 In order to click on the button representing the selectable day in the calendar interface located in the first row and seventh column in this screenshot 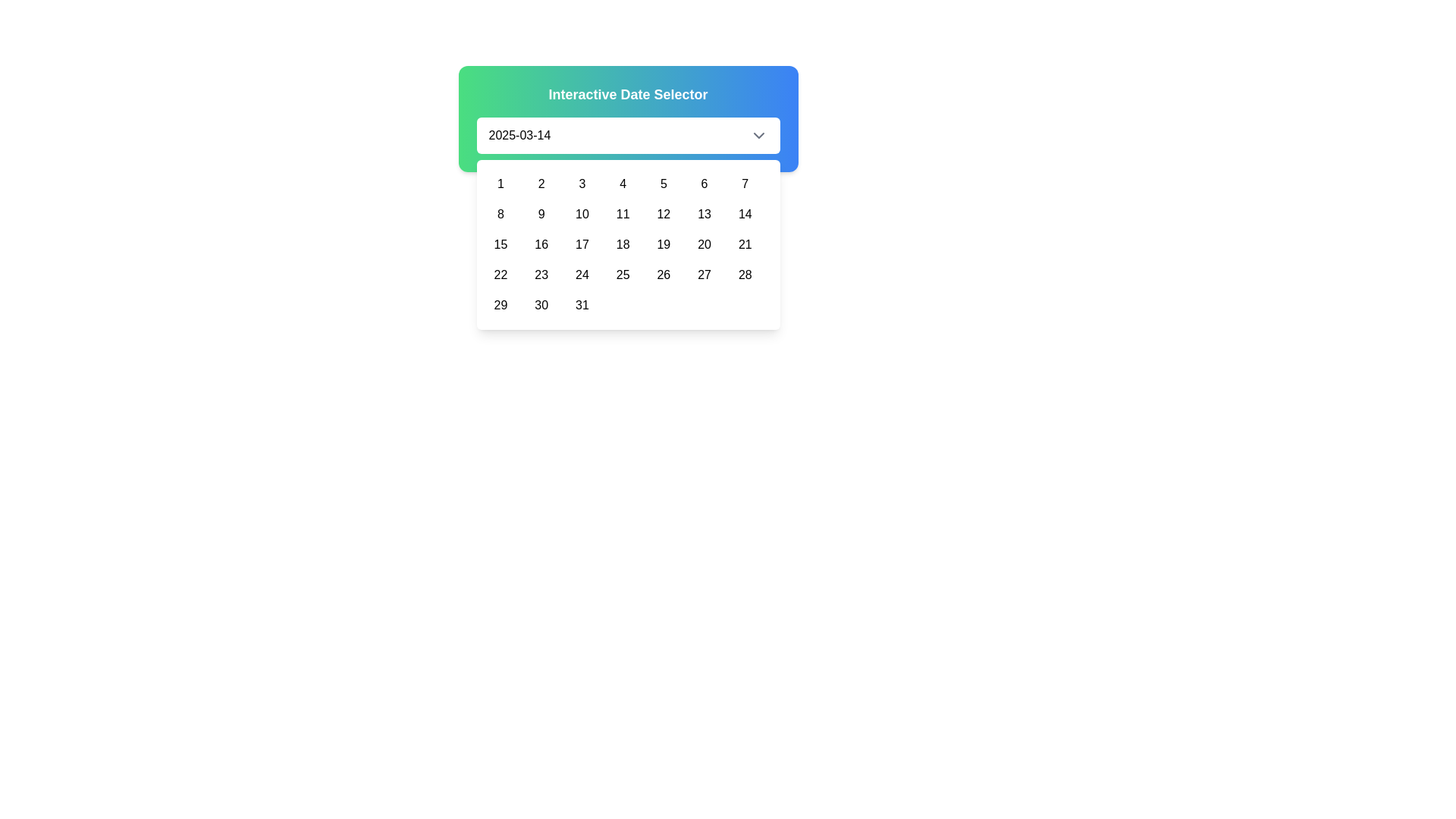, I will do `click(745, 184)`.